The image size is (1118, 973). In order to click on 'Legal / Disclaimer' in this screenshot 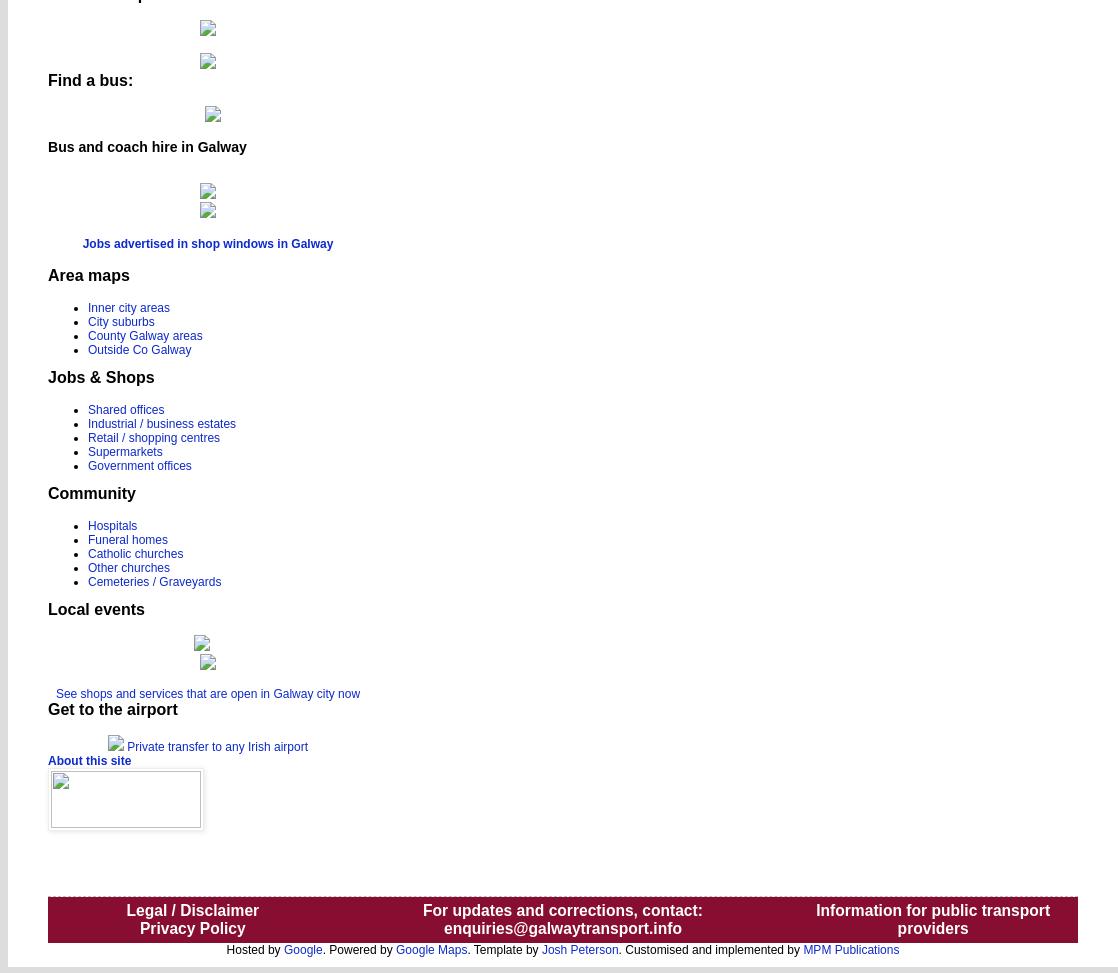, I will do `click(192, 908)`.